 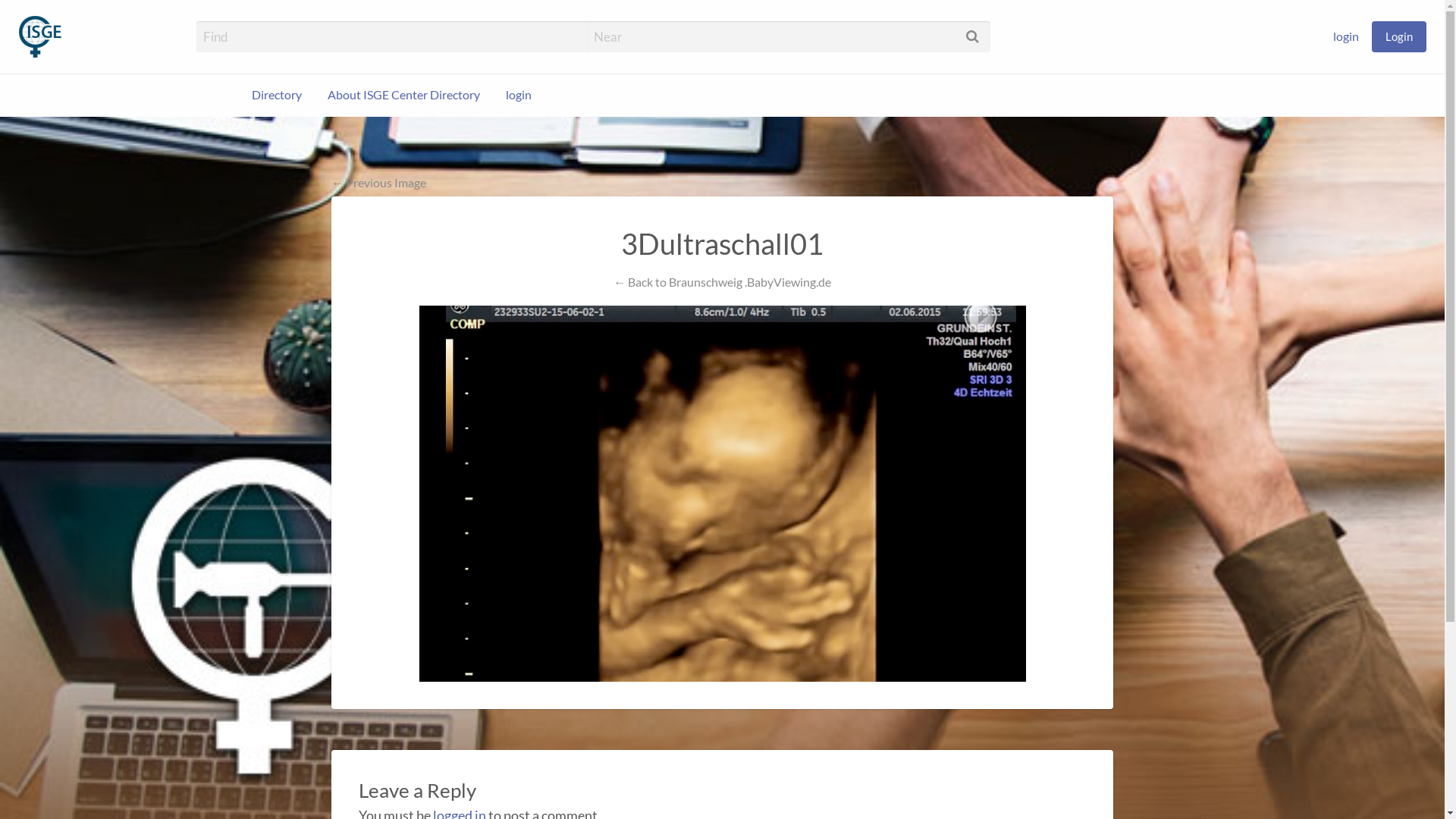 I want to click on 'About ISGE Center Directory', so click(x=403, y=95).